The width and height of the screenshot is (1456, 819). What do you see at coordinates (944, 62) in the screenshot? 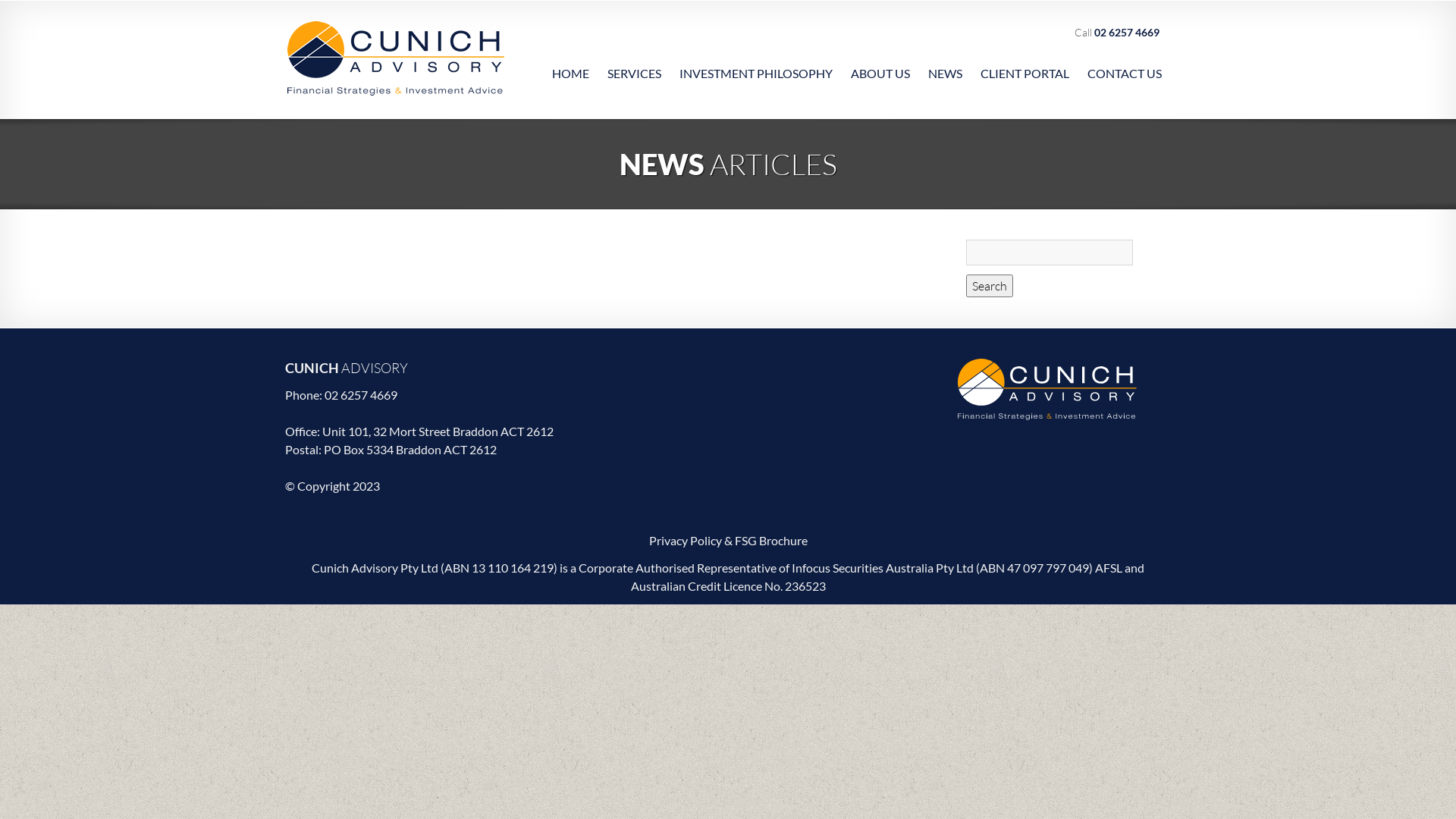
I see `'NEWS'` at bounding box center [944, 62].